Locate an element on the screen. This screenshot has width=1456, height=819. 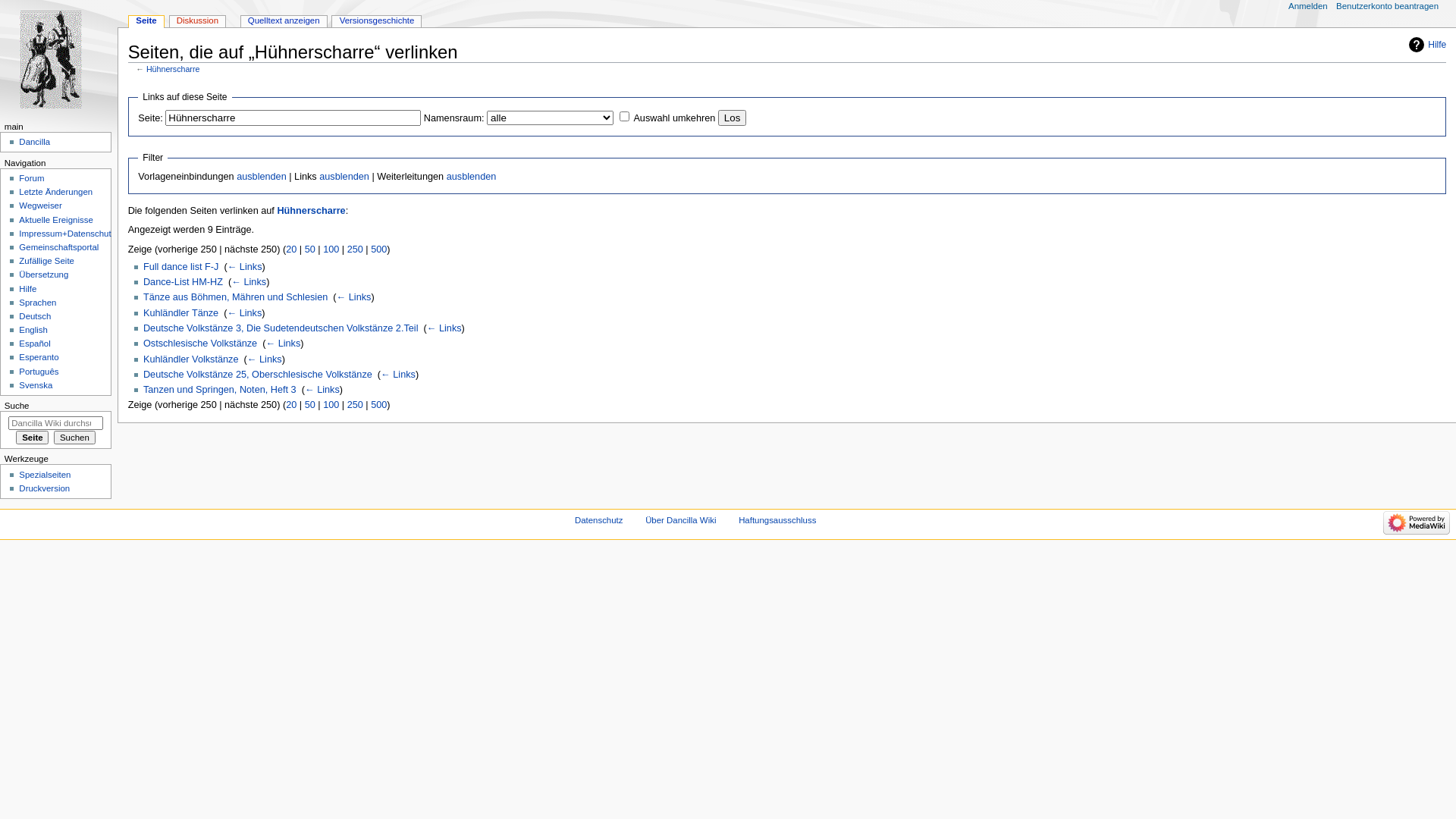
'Aktuelle Ereignisse' is located at coordinates (55, 219).